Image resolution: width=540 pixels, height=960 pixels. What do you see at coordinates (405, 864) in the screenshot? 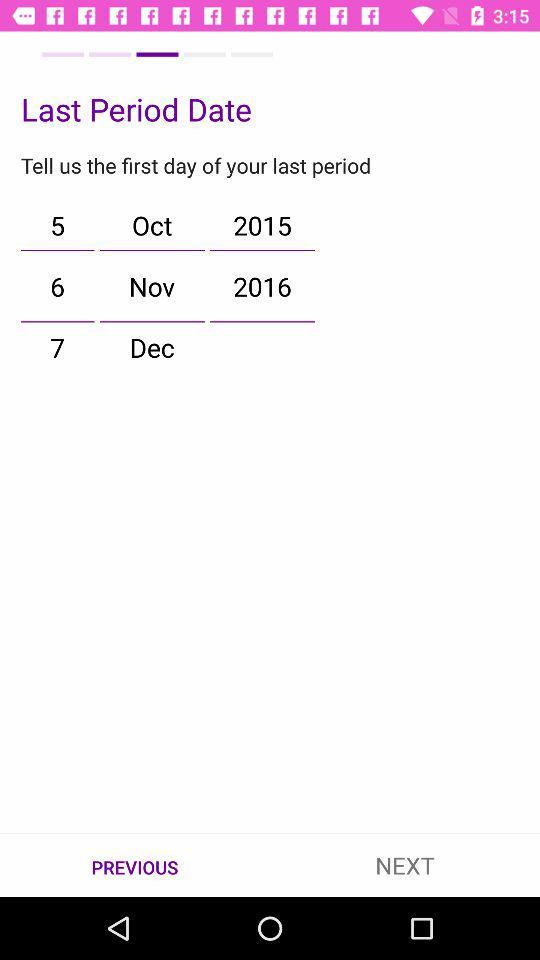
I see `next at the bottom right corner` at bounding box center [405, 864].